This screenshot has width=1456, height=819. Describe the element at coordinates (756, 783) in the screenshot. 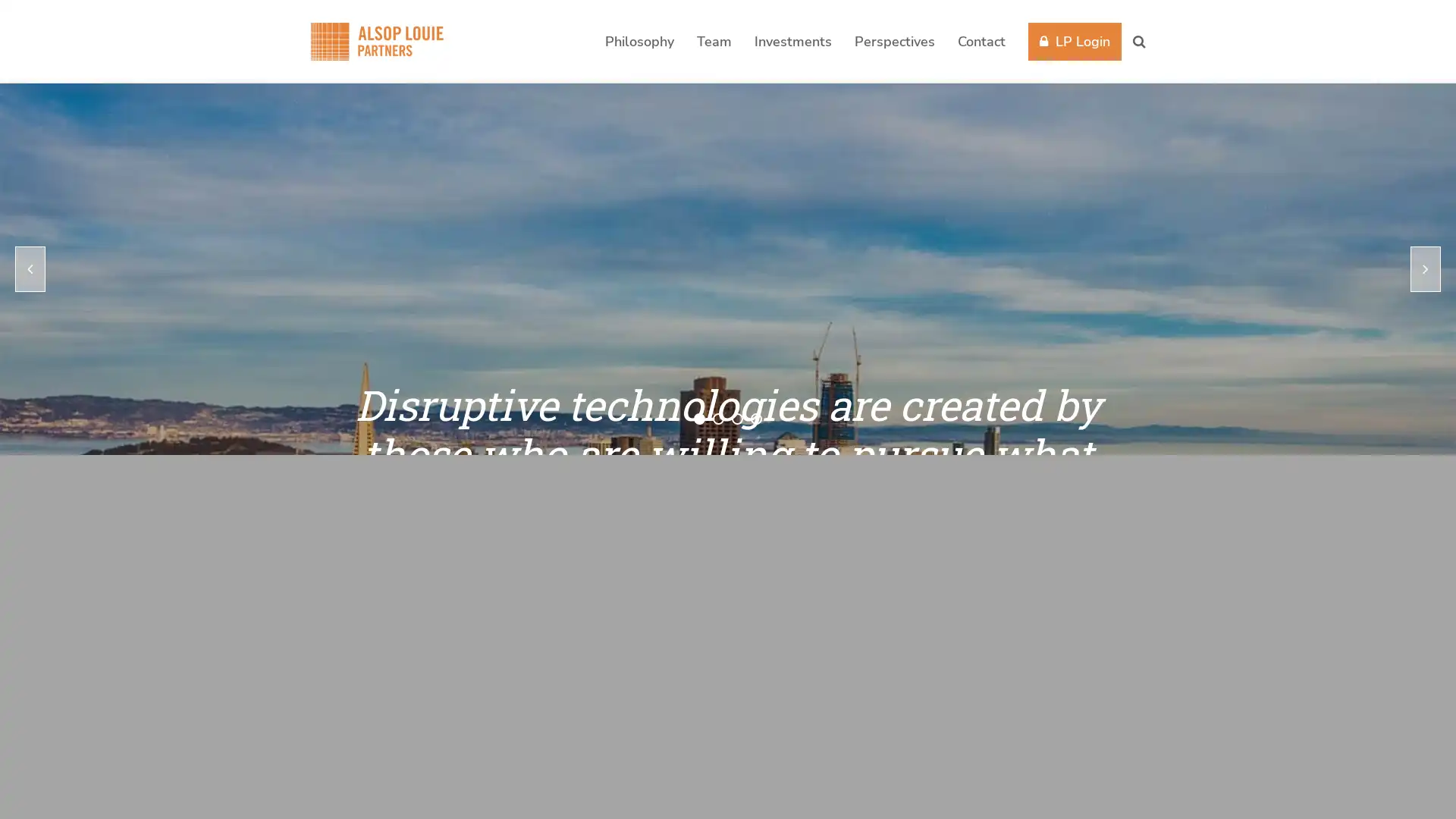

I see `go to slide 4` at that location.